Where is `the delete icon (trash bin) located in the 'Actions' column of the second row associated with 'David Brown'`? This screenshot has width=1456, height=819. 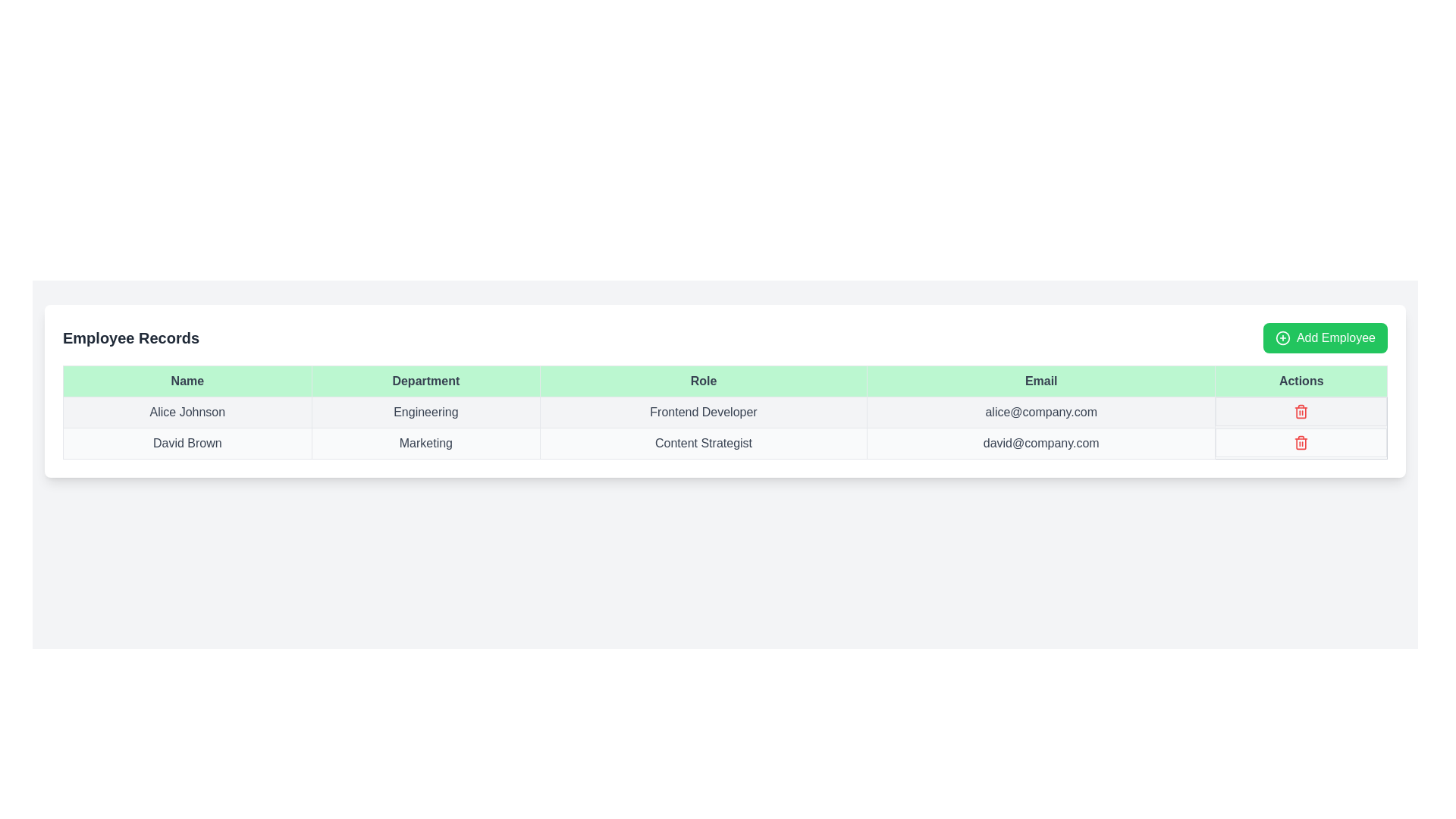
the delete icon (trash bin) located in the 'Actions' column of the second row associated with 'David Brown' is located at coordinates (1301, 444).